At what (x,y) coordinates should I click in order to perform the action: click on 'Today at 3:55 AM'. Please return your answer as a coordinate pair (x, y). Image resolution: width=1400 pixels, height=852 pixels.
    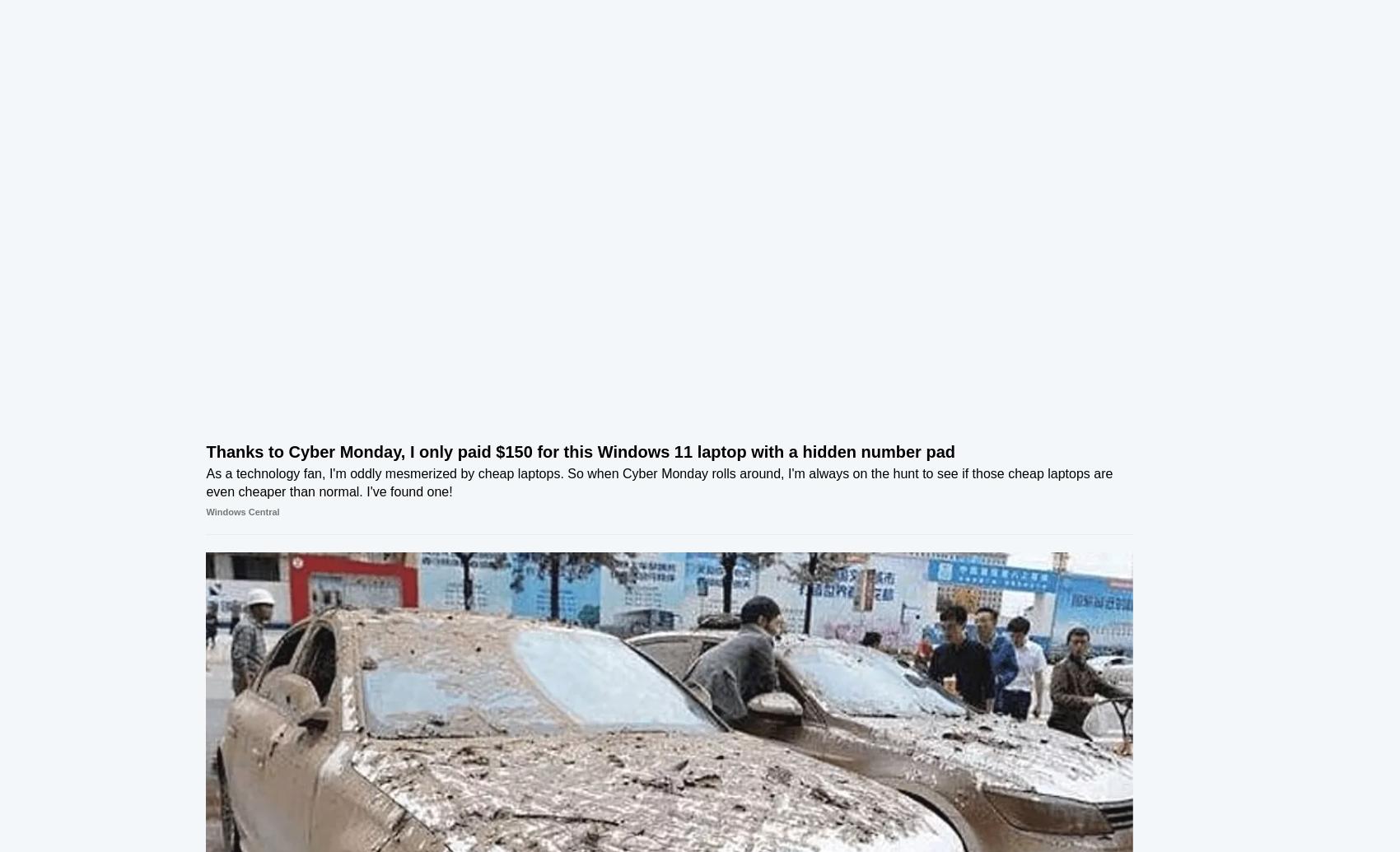
    Looking at the image, I should click on (1080, 531).